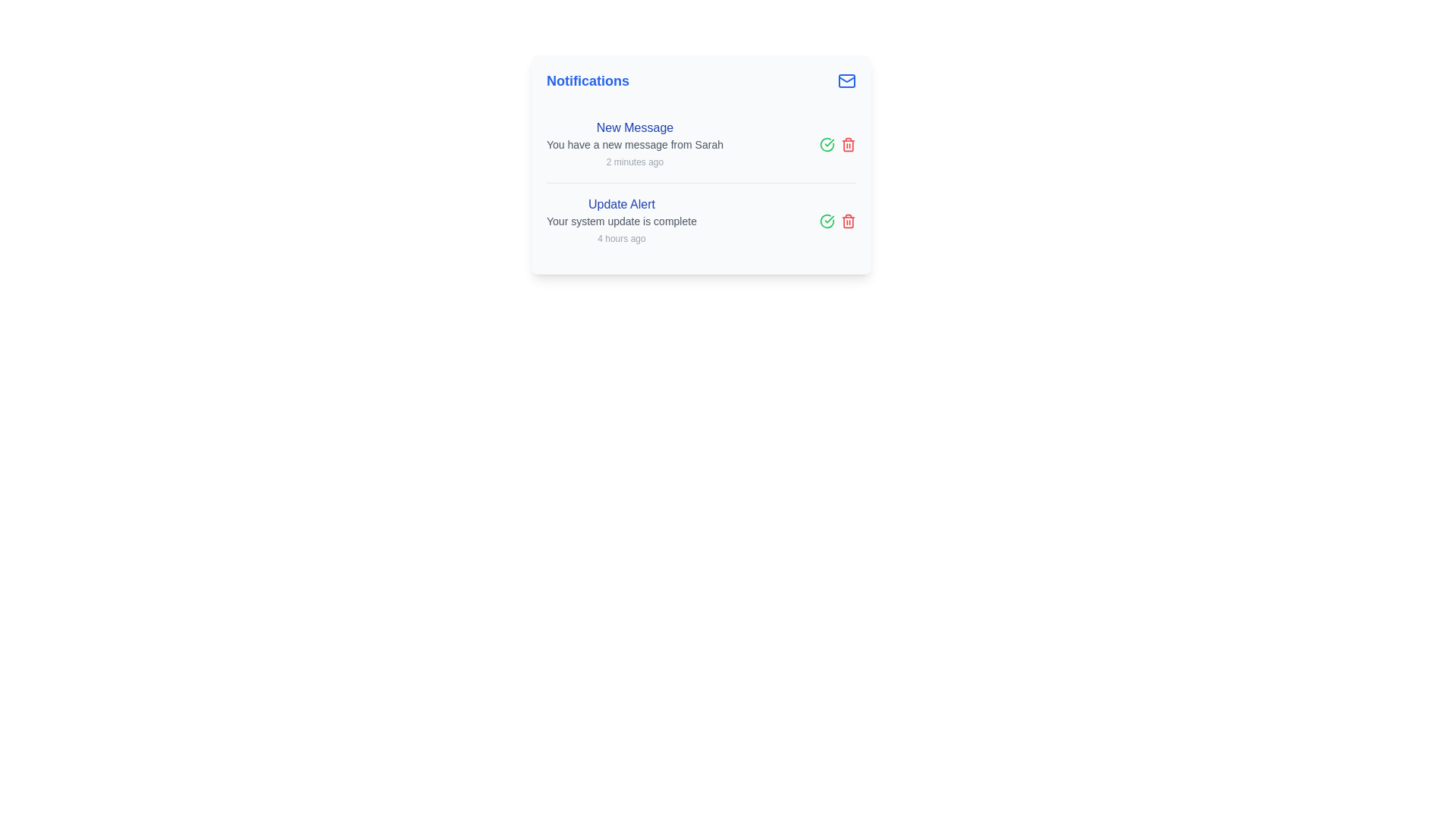 This screenshot has width=1456, height=819. I want to click on the Icon Button located to the right of the 'Update Alert' heading within the notification card, so click(826, 145).